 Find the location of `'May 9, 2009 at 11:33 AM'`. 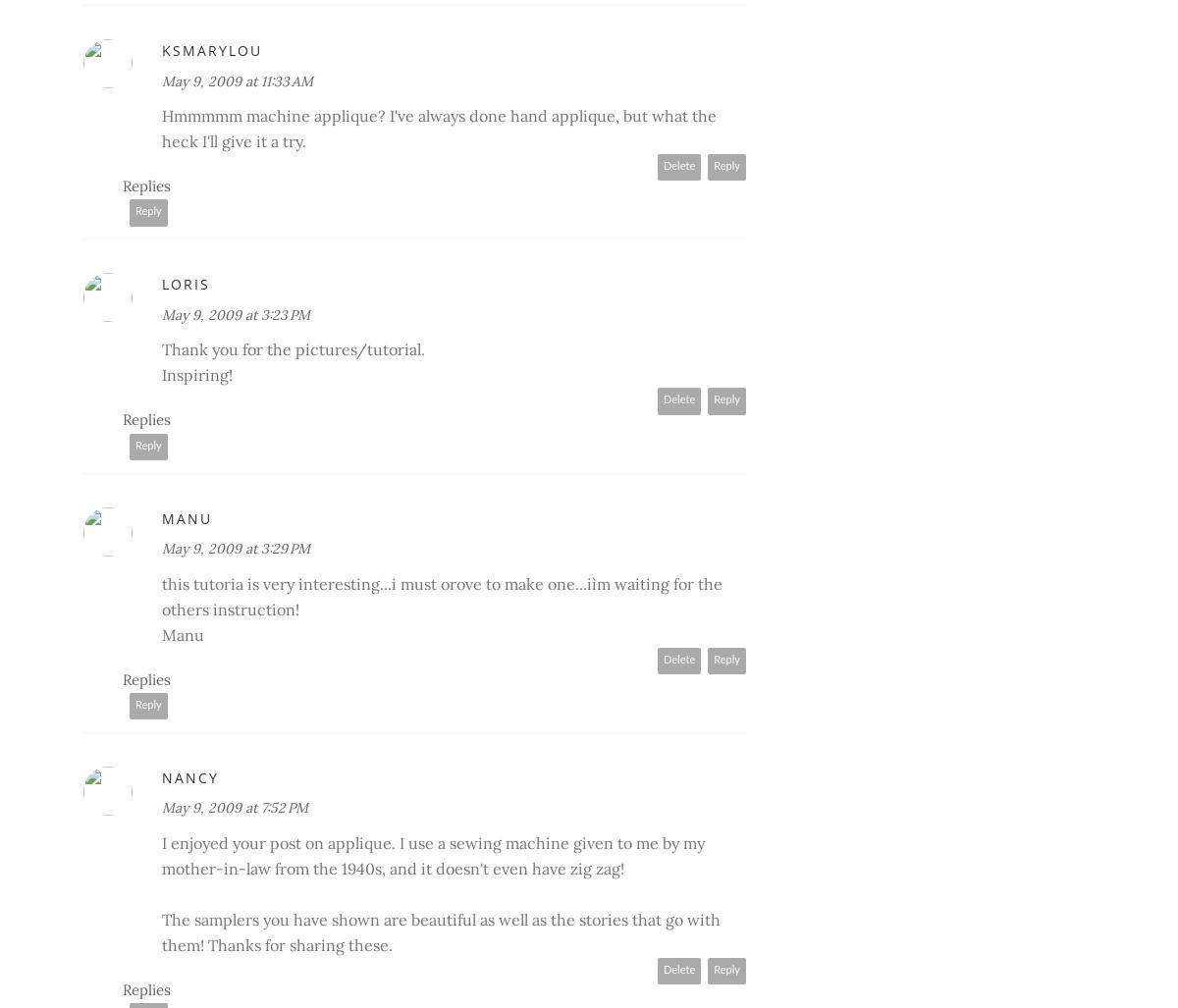

'May 9, 2009 at 11:33 AM' is located at coordinates (161, 79).